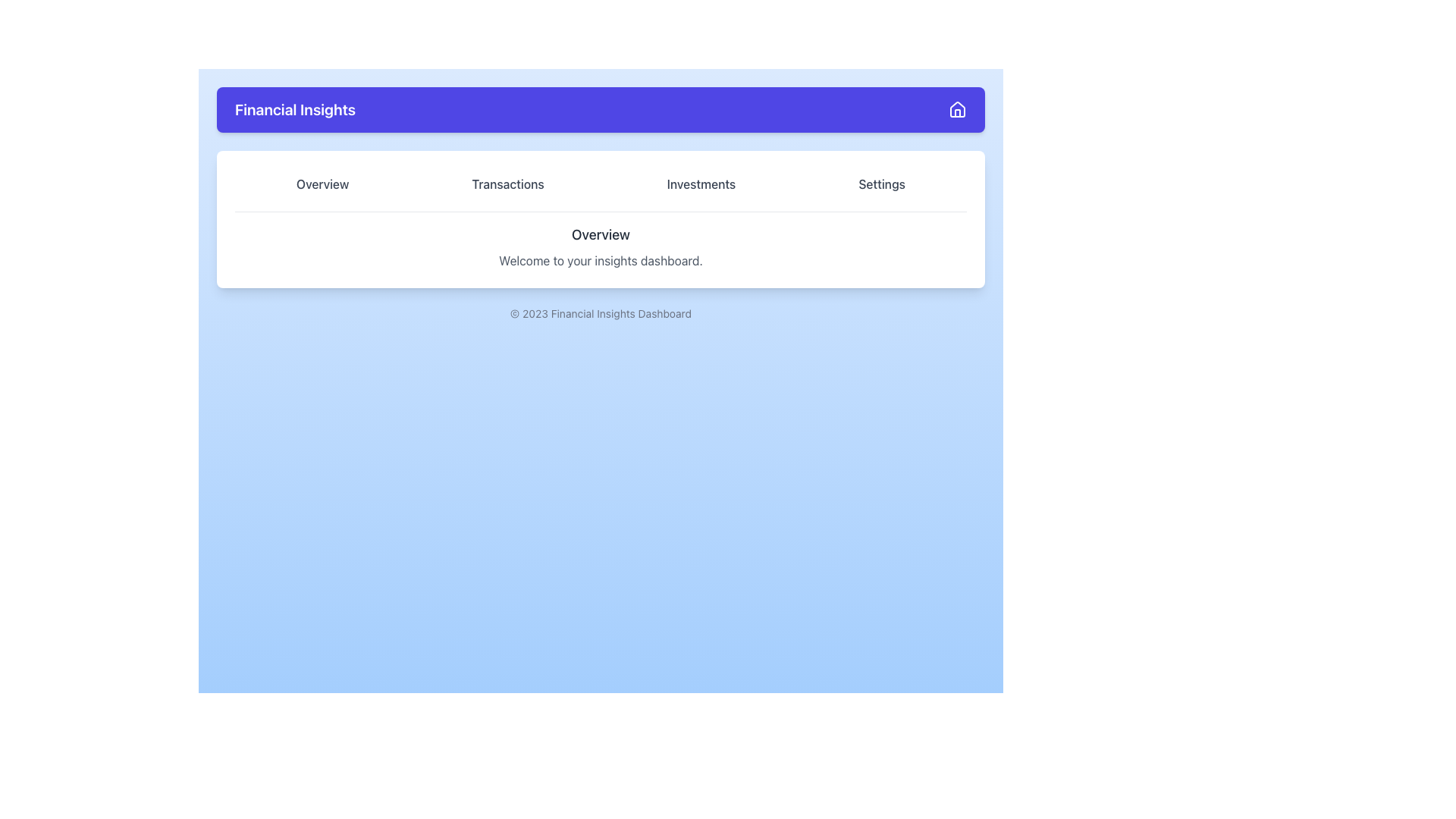  Describe the element at coordinates (956, 109) in the screenshot. I see `the house icon located on the right side of the header bar titled 'Financial Insights' to invoke navigation` at that location.